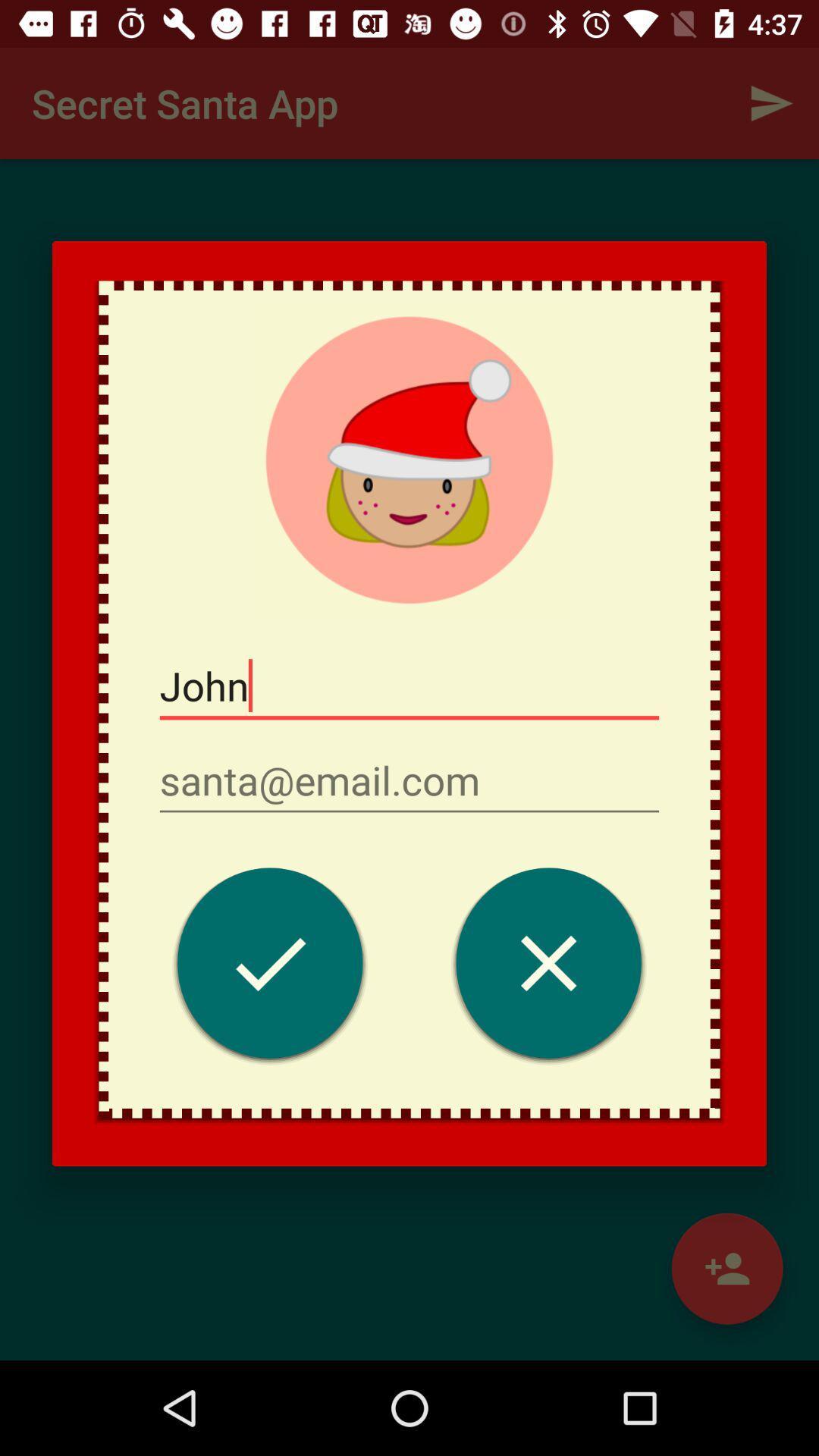 This screenshot has height=1456, width=819. What do you see at coordinates (409, 780) in the screenshot?
I see `insert email adress` at bounding box center [409, 780].